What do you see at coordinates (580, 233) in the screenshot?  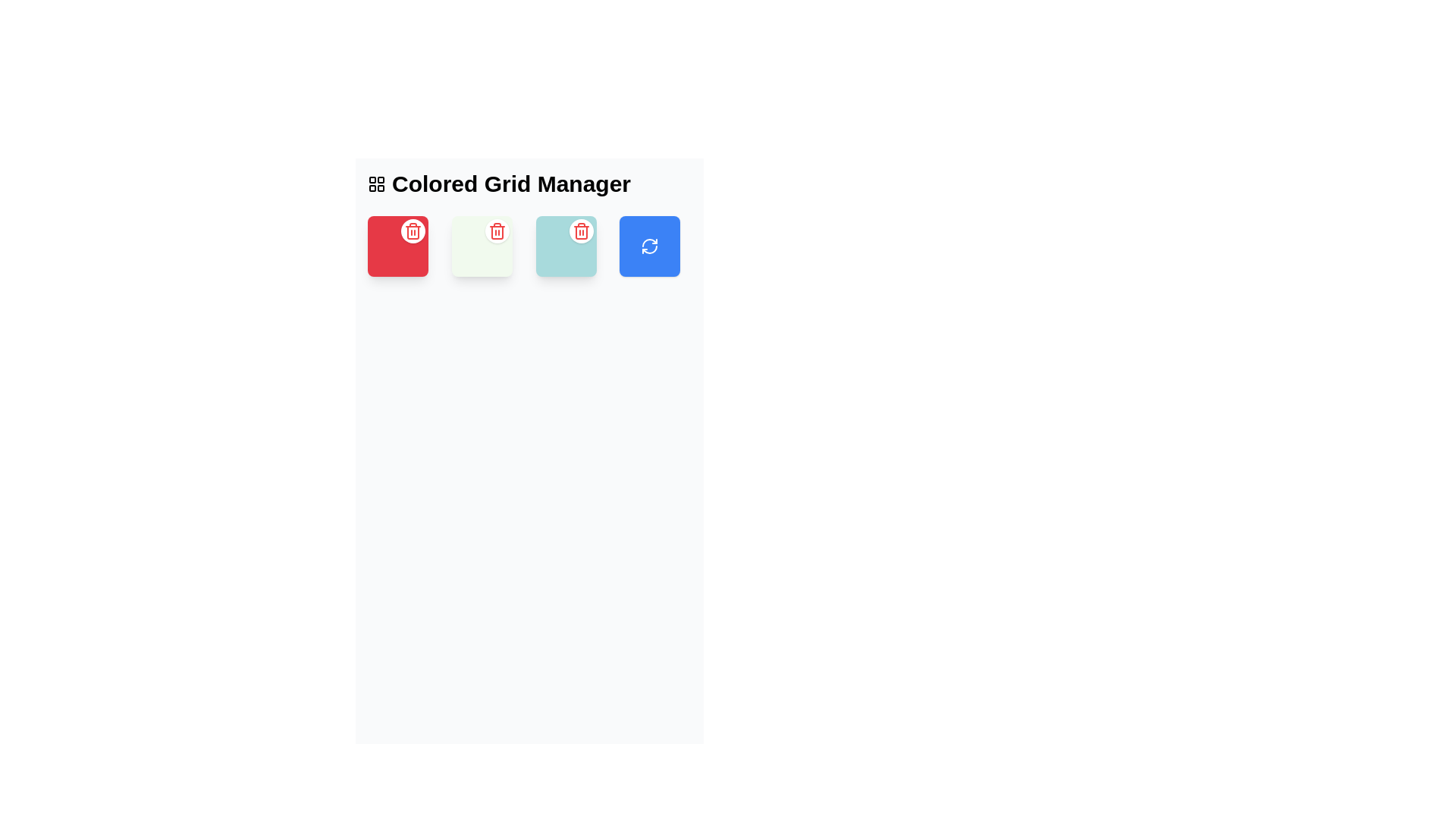 I see `the middle body portion of the trash can icon, which visually represents the main body structure of a trash can and indicates a delete action` at bounding box center [580, 233].